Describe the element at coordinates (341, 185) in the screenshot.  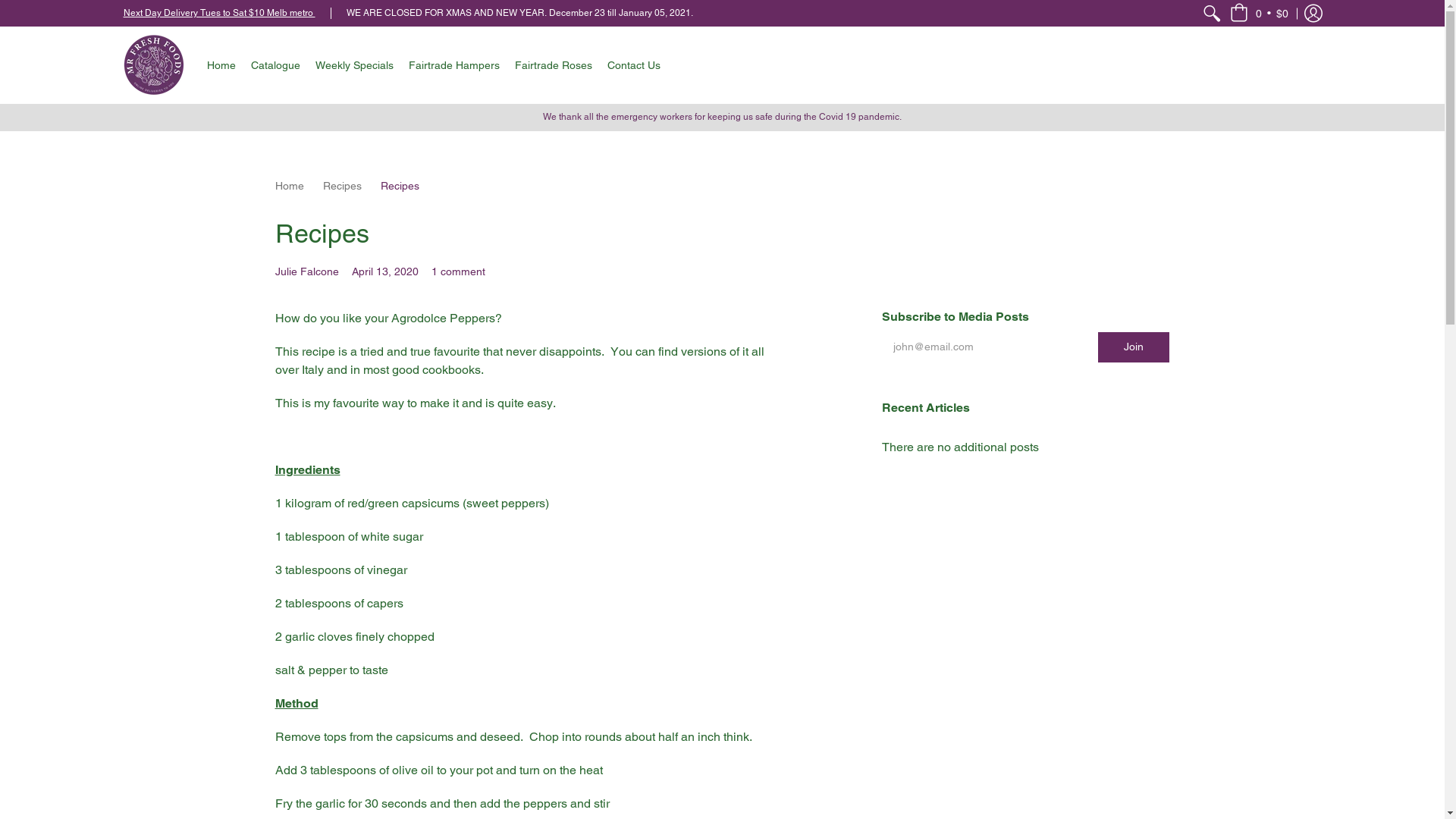
I see `'Recipes'` at that location.